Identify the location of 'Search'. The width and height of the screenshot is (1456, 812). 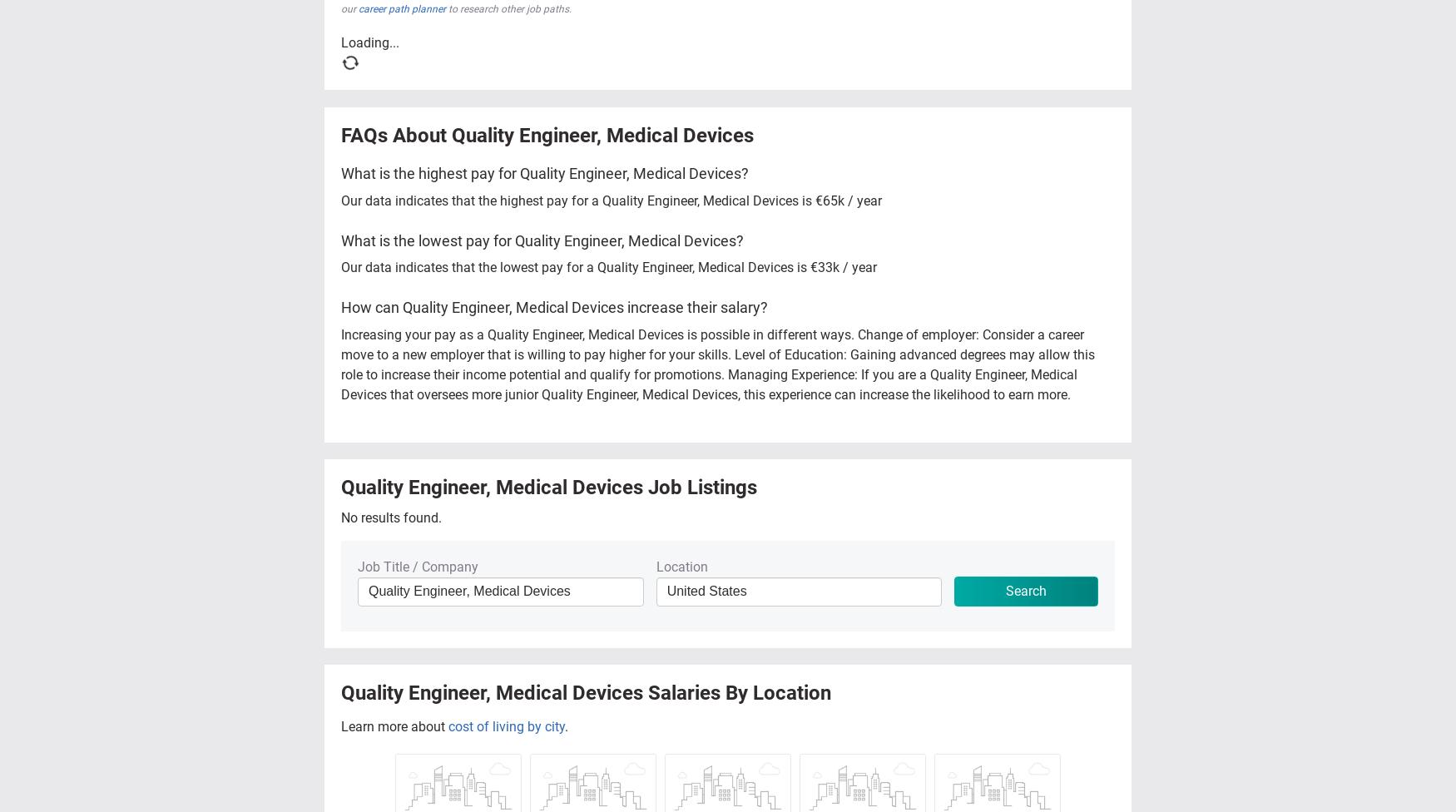
(1026, 589).